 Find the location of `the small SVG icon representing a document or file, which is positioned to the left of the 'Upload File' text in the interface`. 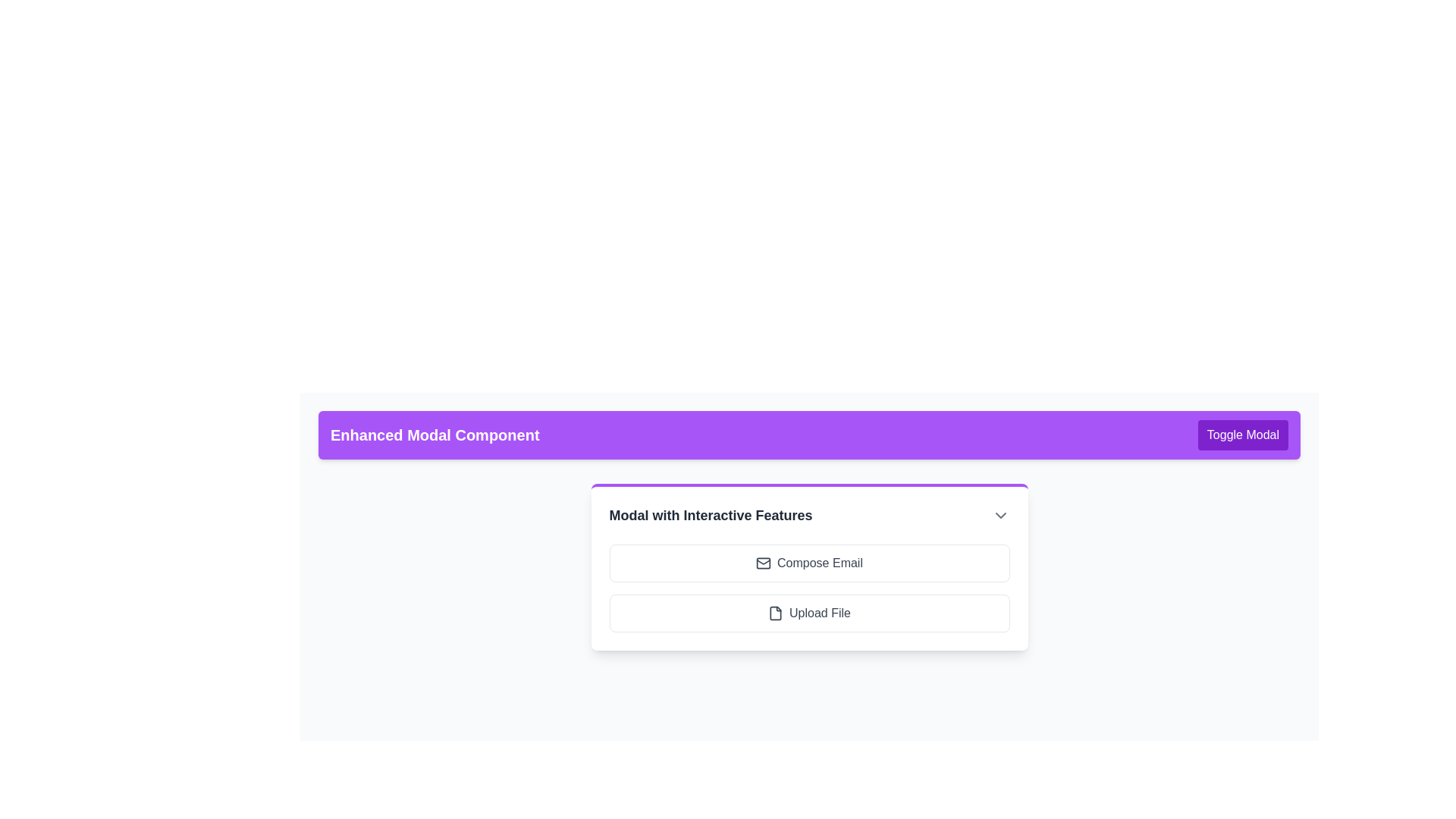

the small SVG icon representing a document or file, which is positioned to the left of the 'Upload File' text in the interface is located at coordinates (775, 613).